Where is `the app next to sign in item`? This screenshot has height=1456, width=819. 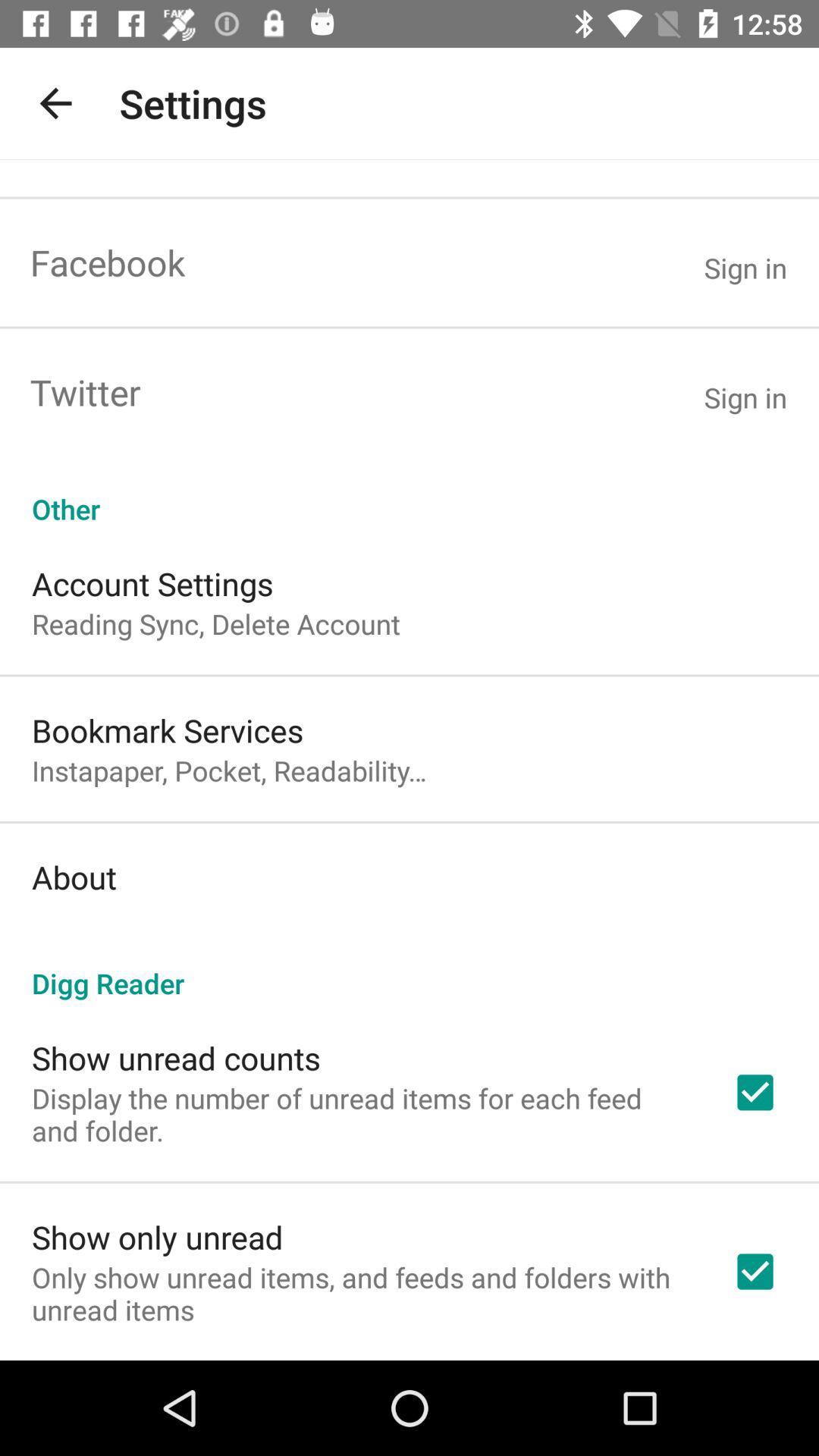
the app next to sign in item is located at coordinates (107, 262).